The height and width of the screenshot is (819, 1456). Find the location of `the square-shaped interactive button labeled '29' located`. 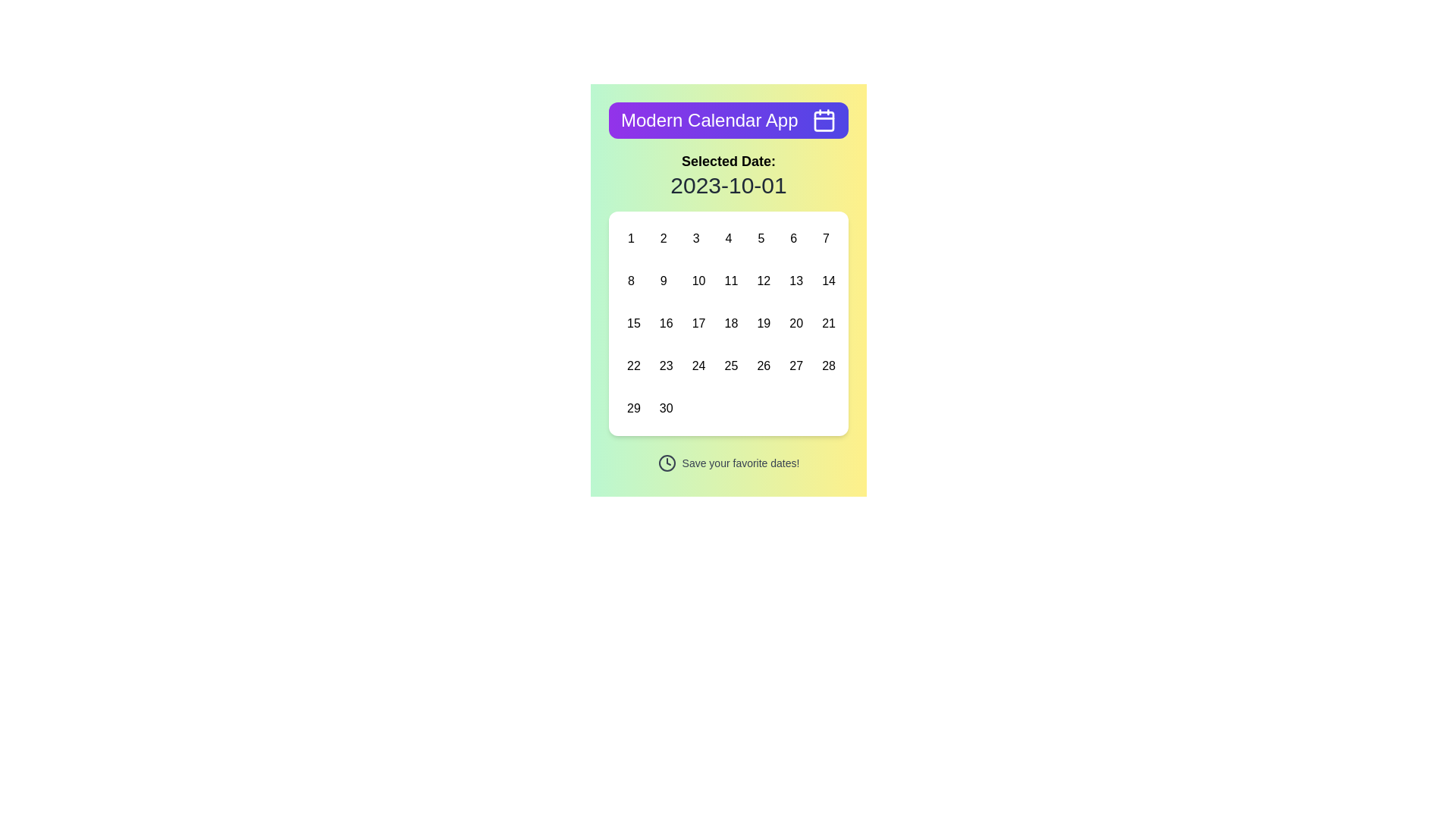

the square-shaped interactive button labeled '29' located is located at coordinates (631, 408).